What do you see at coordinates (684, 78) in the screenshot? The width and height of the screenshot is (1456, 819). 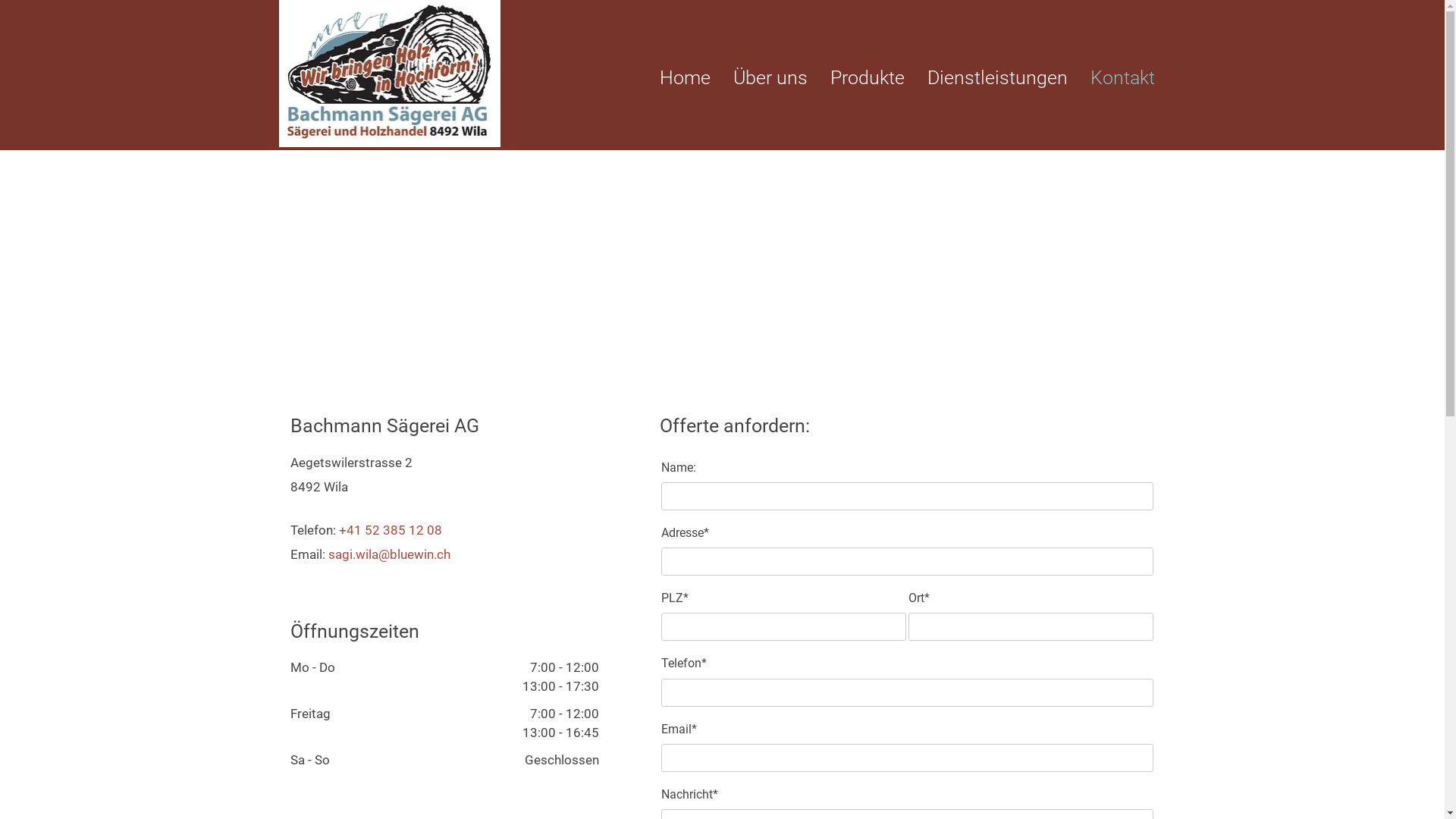 I see `'Home'` at bounding box center [684, 78].